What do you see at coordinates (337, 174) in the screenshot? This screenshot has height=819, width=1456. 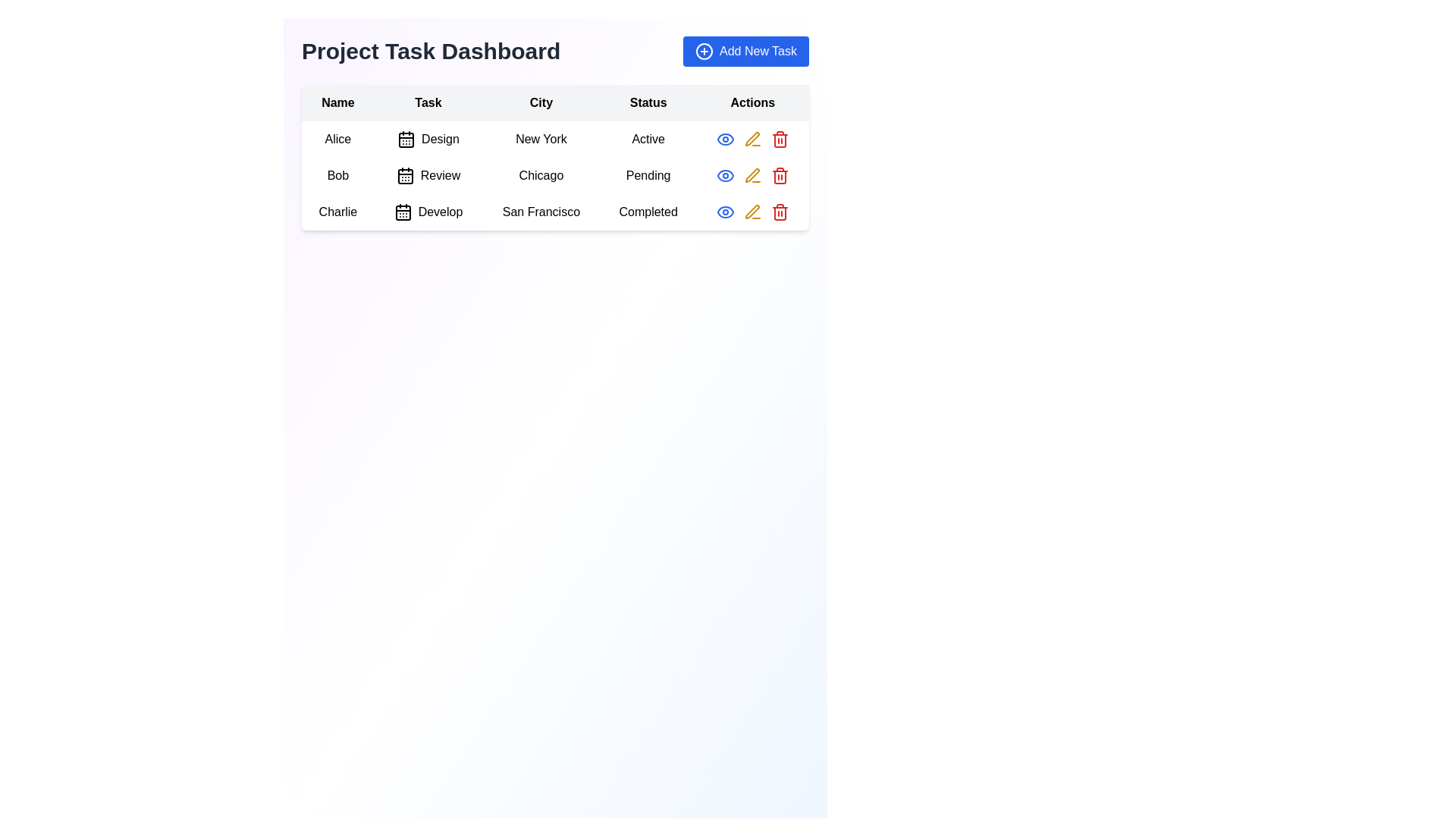 I see `the label identifying the person associated with a task in the second row and first column of the table, under the 'Name' header` at bounding box center [337, 174].